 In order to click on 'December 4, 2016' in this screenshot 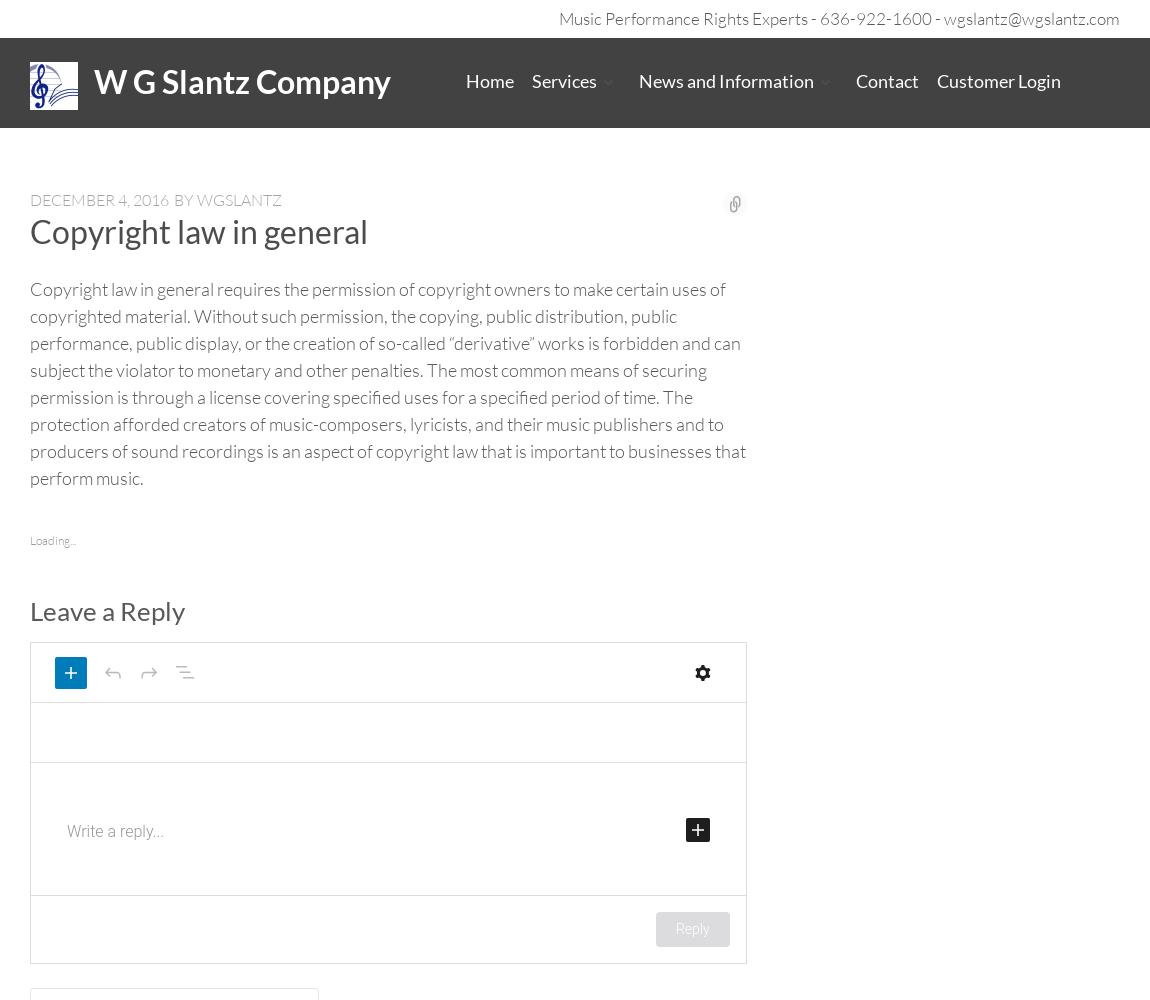, I will do `click(98, 198)`.